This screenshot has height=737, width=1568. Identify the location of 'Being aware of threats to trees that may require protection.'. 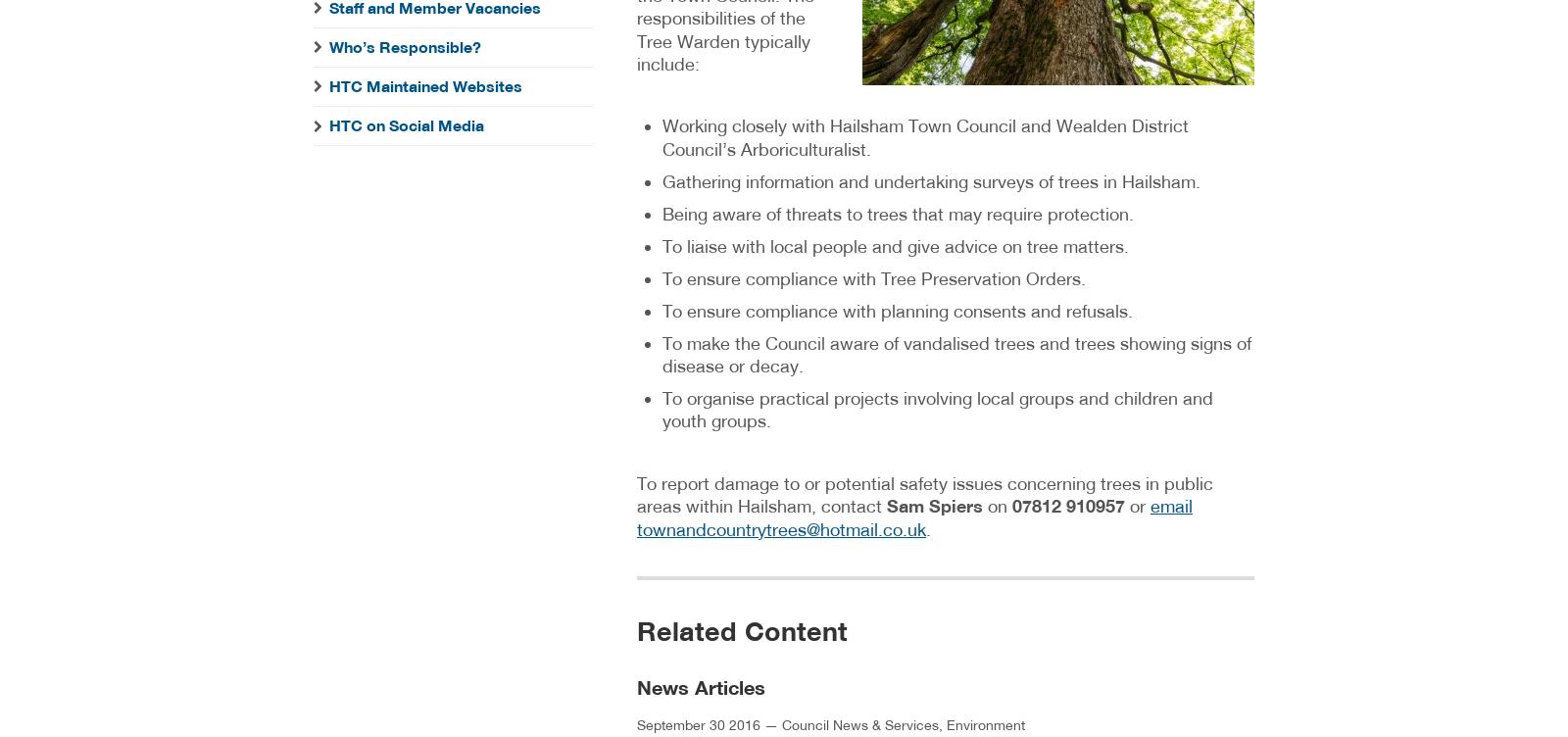
(661, 213).